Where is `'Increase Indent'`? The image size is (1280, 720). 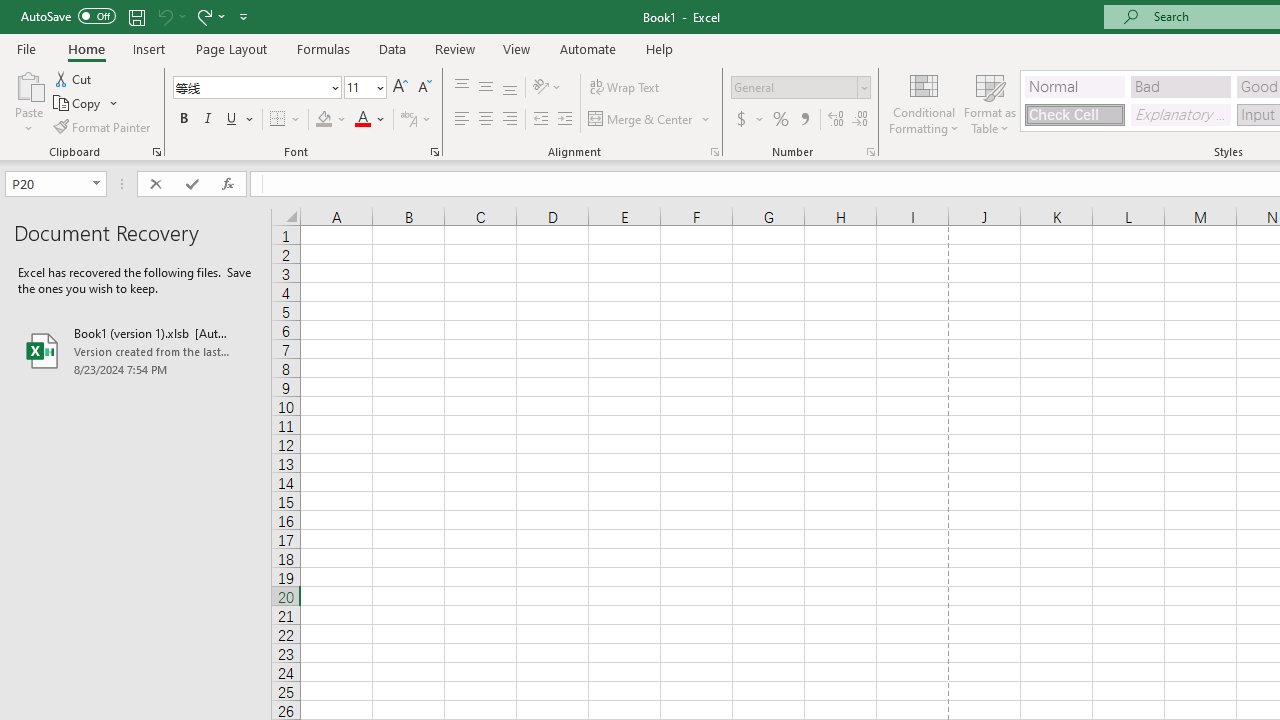 'Increase Indent' is located at coordinates (564, 119).